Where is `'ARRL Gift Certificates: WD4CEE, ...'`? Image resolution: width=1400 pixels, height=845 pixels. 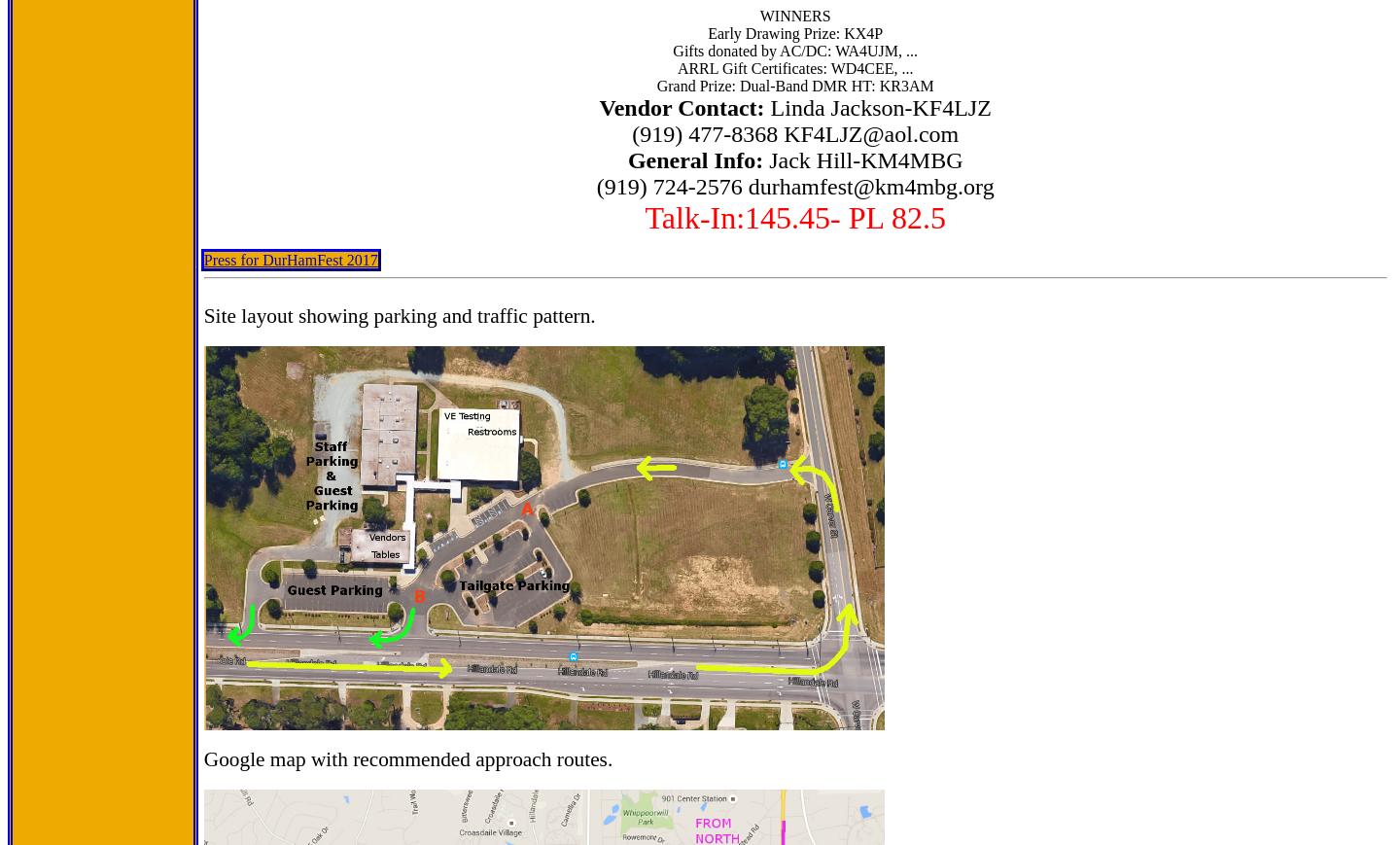 'ARRL Gift Certificates: WD4CEE, ...' is located at coordinates (794, 67).